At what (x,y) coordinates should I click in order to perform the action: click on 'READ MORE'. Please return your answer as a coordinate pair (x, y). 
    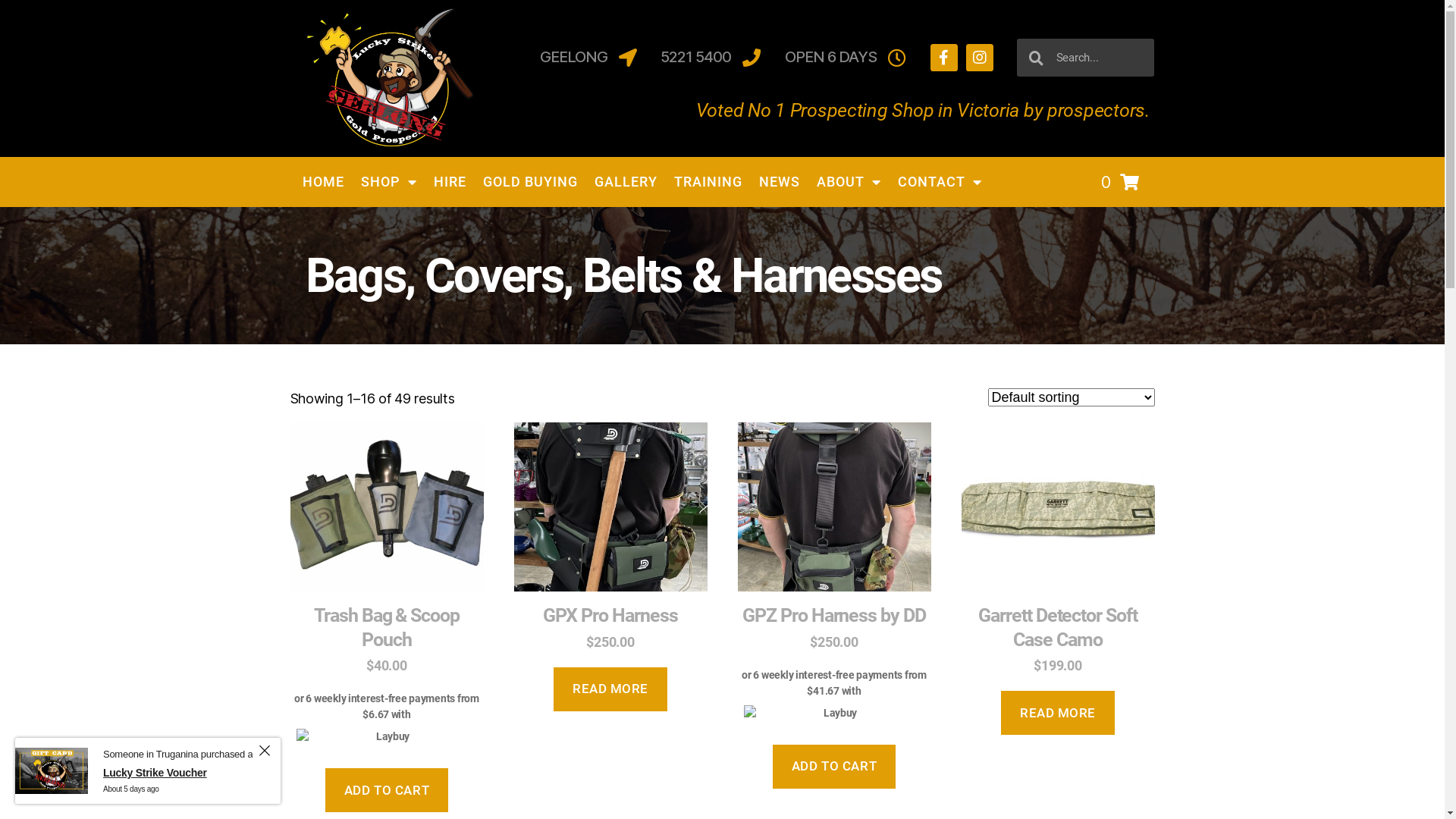
    Looking at the image, I should click on (1056, 713).